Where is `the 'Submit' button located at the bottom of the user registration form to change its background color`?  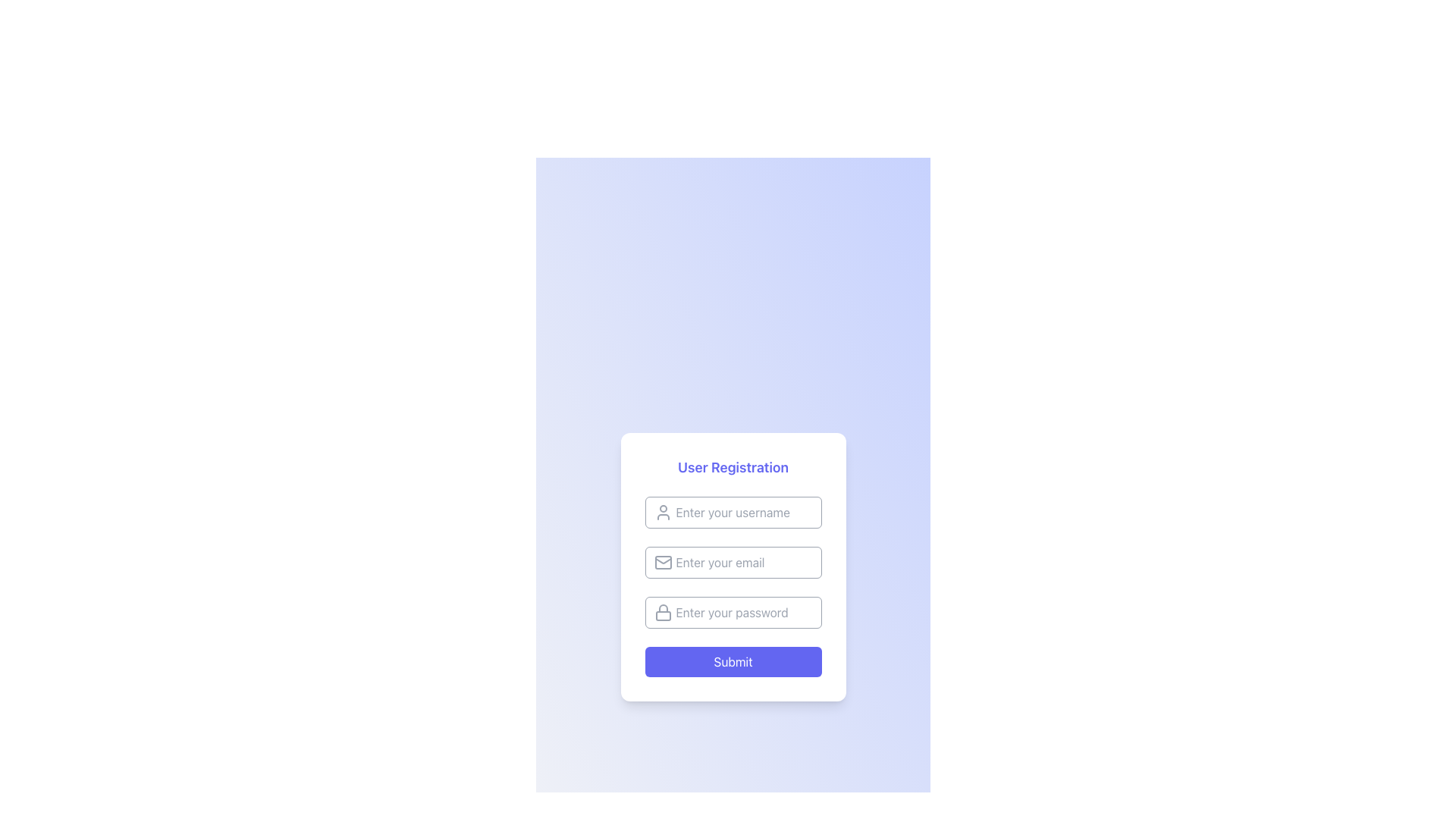 the 'Submit' button located at the bottom of the user registration form to change its background color is located at coordinates (733, 661).